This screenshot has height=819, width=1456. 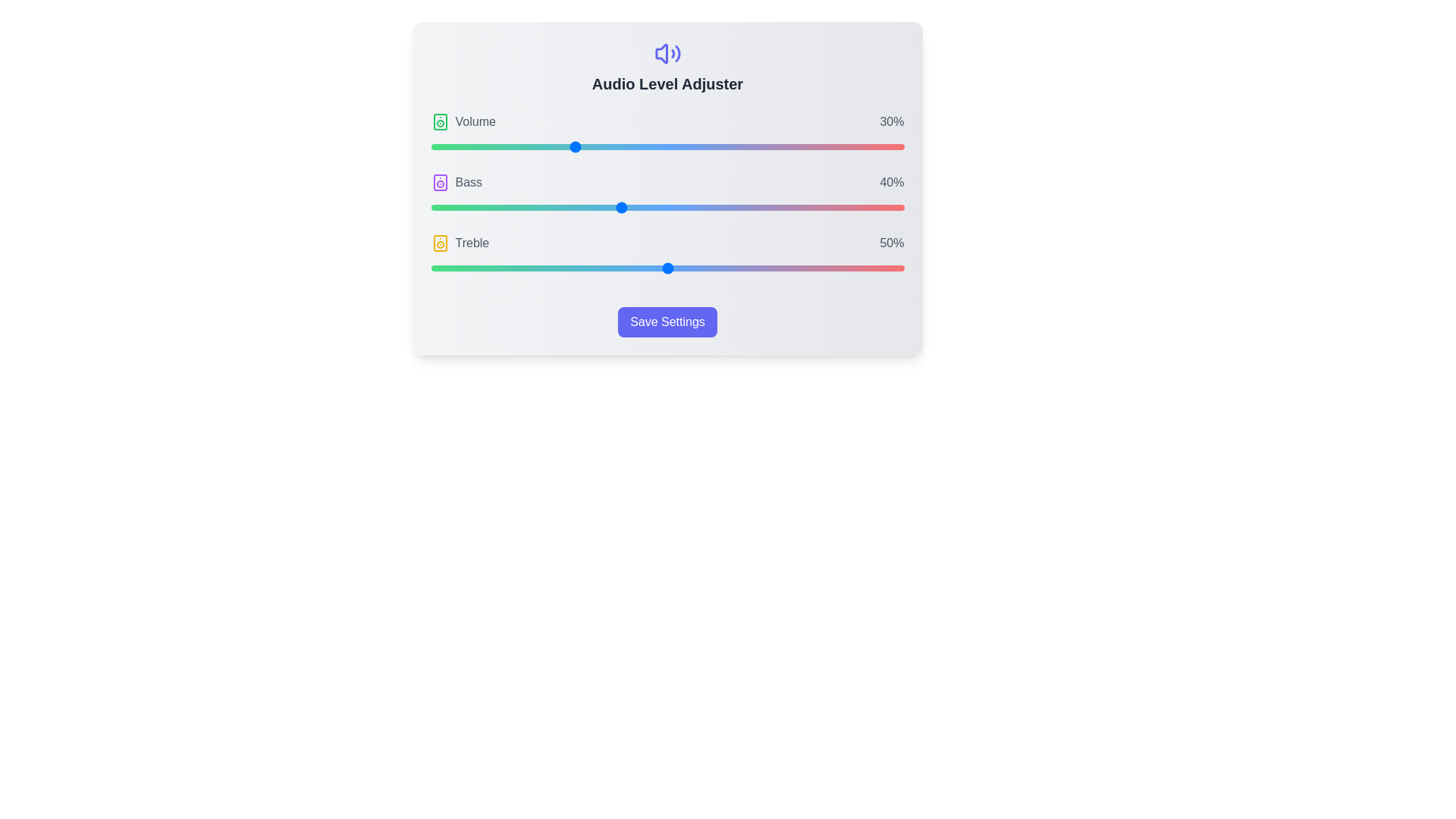 What do you see at coordinates (572, 268) in the screenshot?
I see `the Treble slider to 30%` at bounding box center [572, 268].